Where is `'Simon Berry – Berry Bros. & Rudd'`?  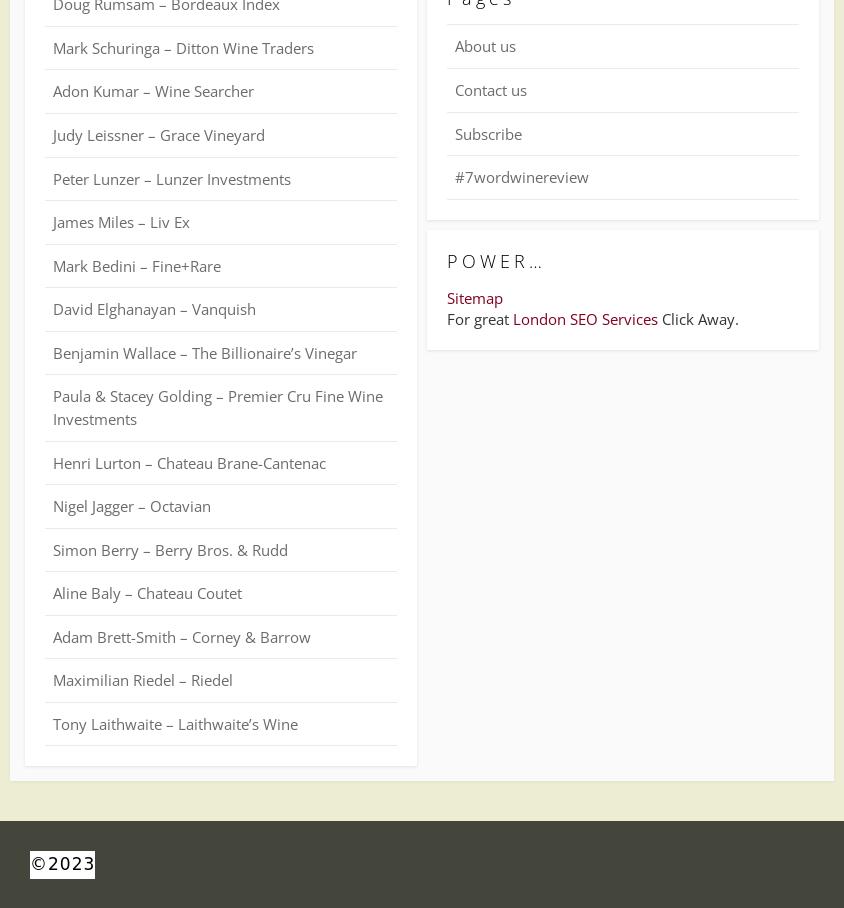 'Simon Berry – Berry Bros. & Rudd' is located at coordinates (170, 547).